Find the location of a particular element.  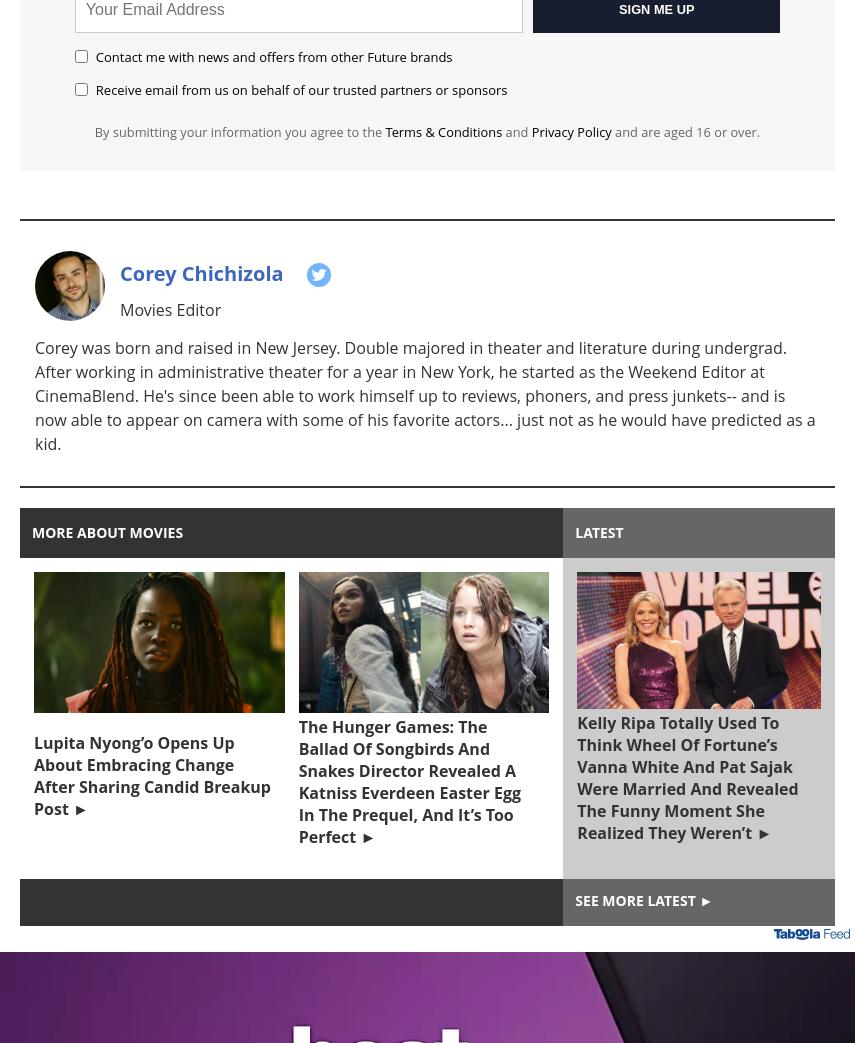

'Terms & Conditions' is located at coordinates (442, 132).